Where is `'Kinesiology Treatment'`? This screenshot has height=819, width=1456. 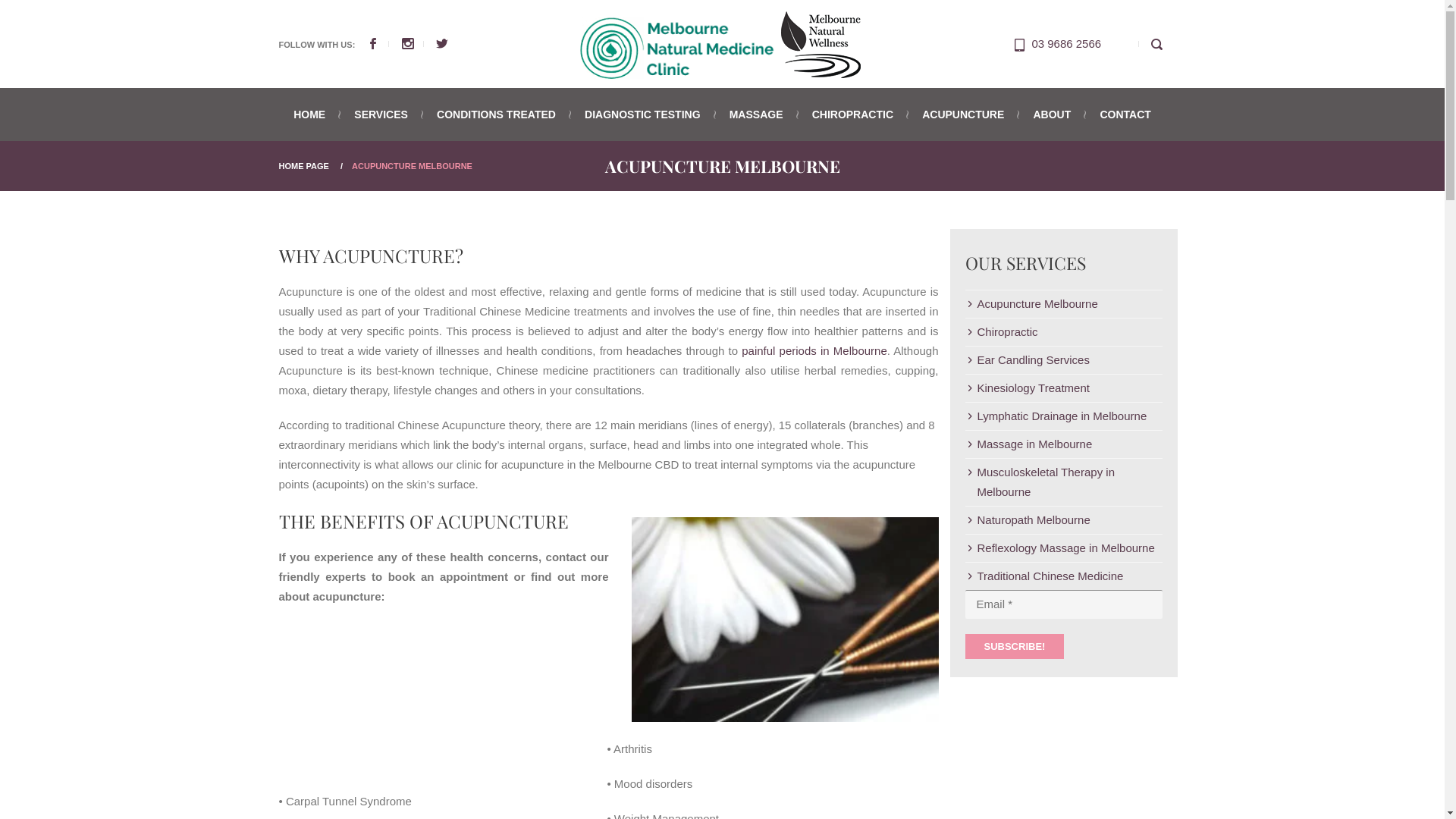 'Kinesiology Treatment' is located at coordinates (1026, 388).